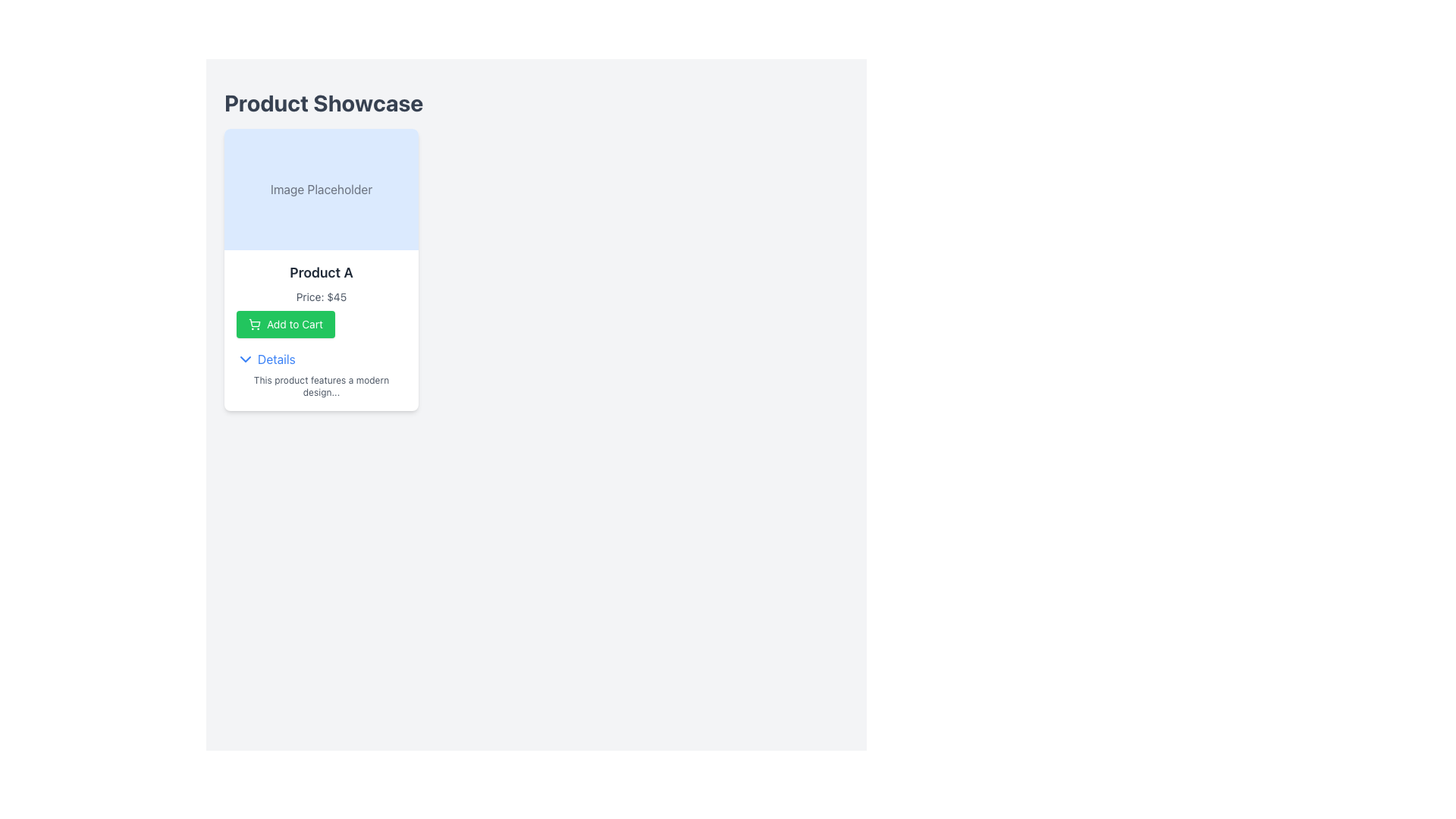  Describe the element at coordinates (320, 189) in the screenshot. I see `the image placeholder at the top of the card, which is positioned directly above the title 'Product A'` at that location.